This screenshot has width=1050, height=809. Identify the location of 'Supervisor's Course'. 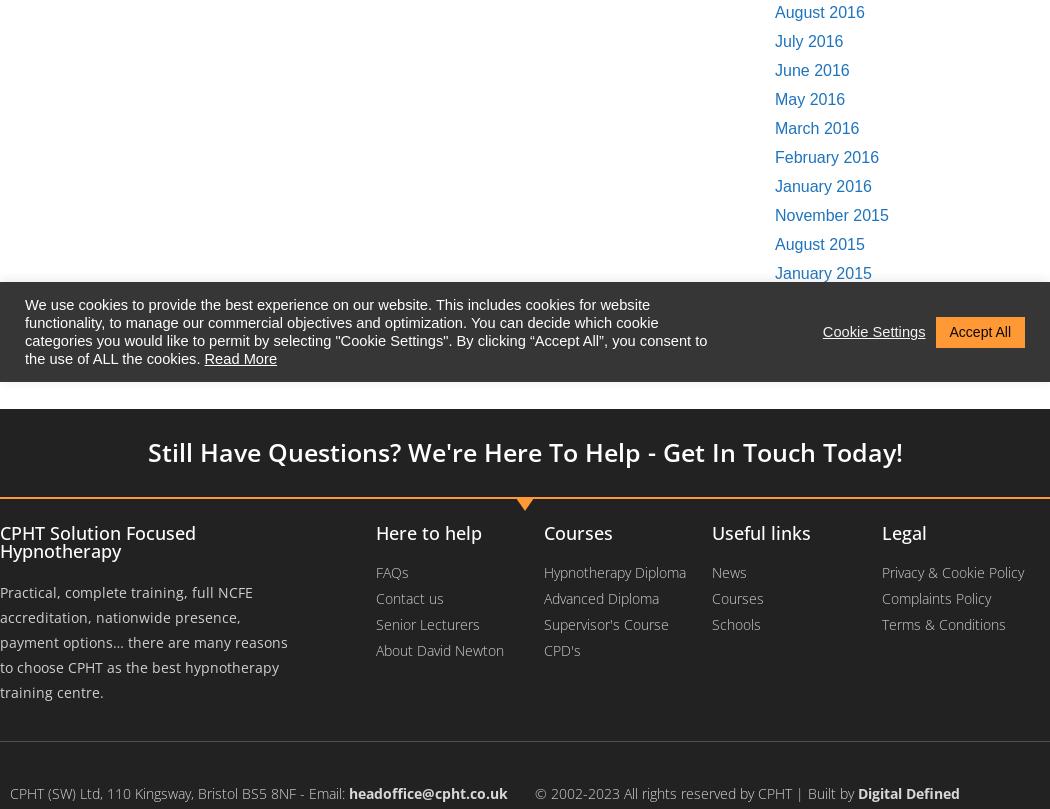
(605, 623).